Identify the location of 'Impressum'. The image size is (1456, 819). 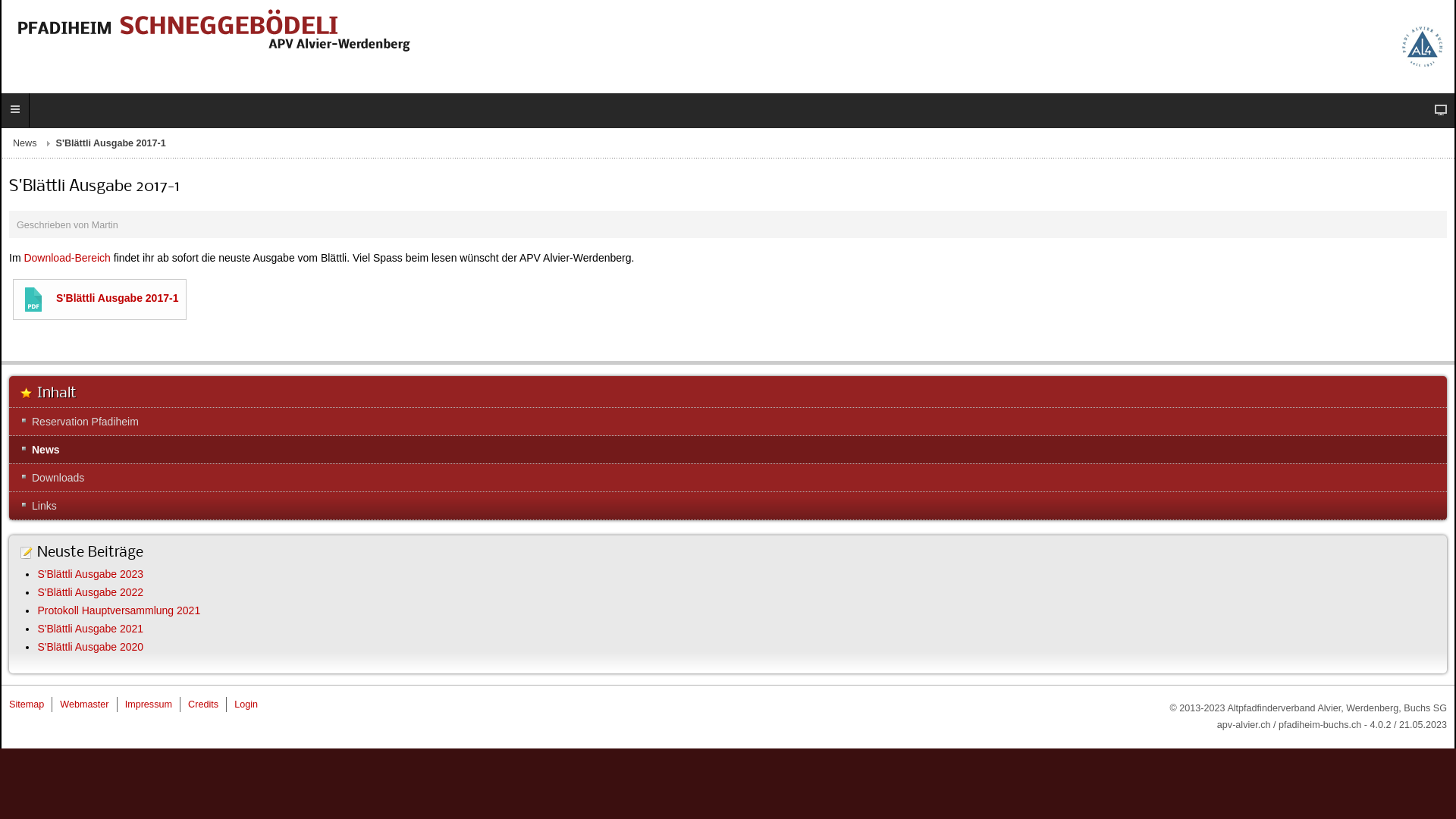
(149, 704).